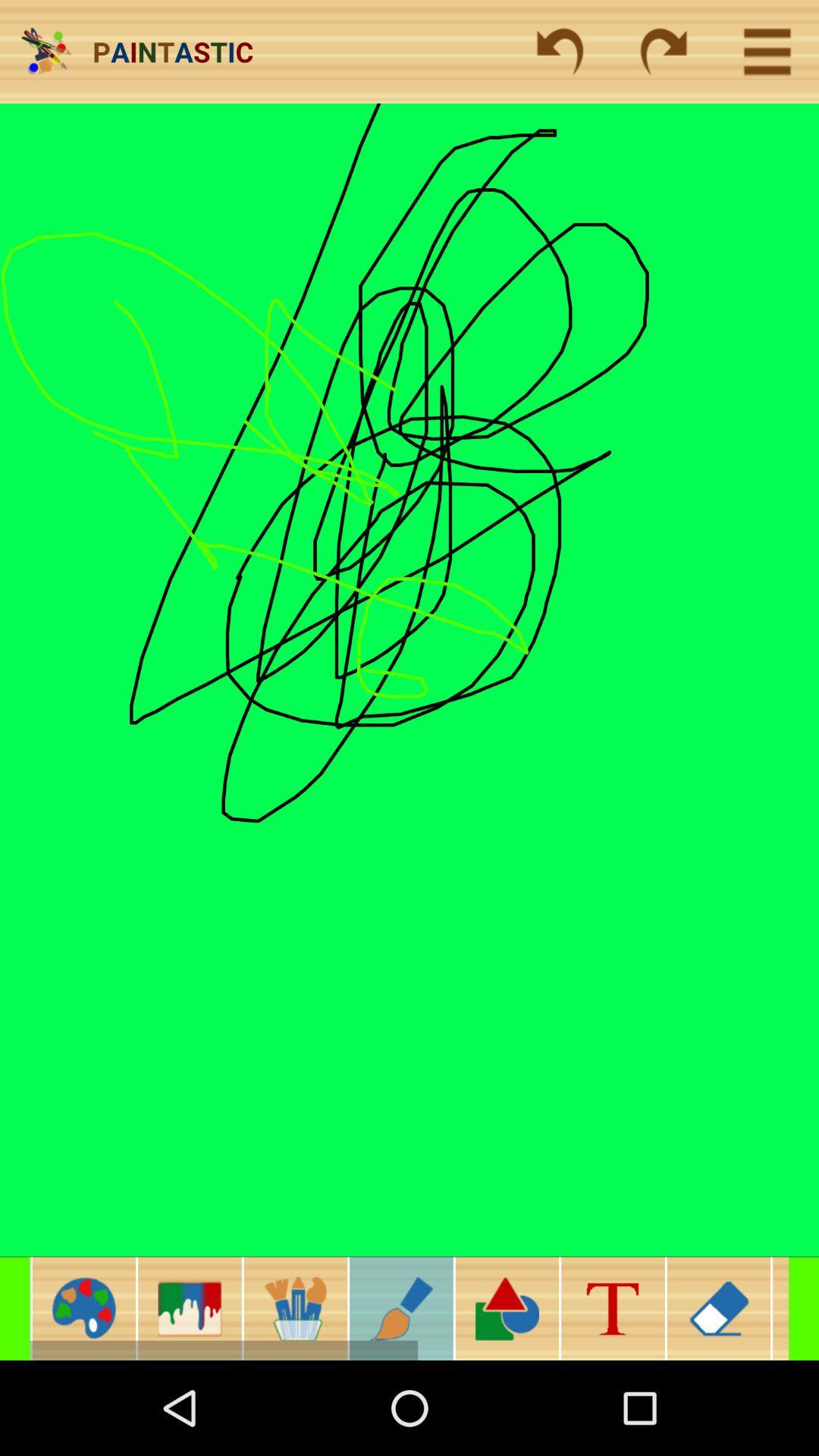 The image size is (819, 1456). I want to click on the font icon, so click(612, 1307).